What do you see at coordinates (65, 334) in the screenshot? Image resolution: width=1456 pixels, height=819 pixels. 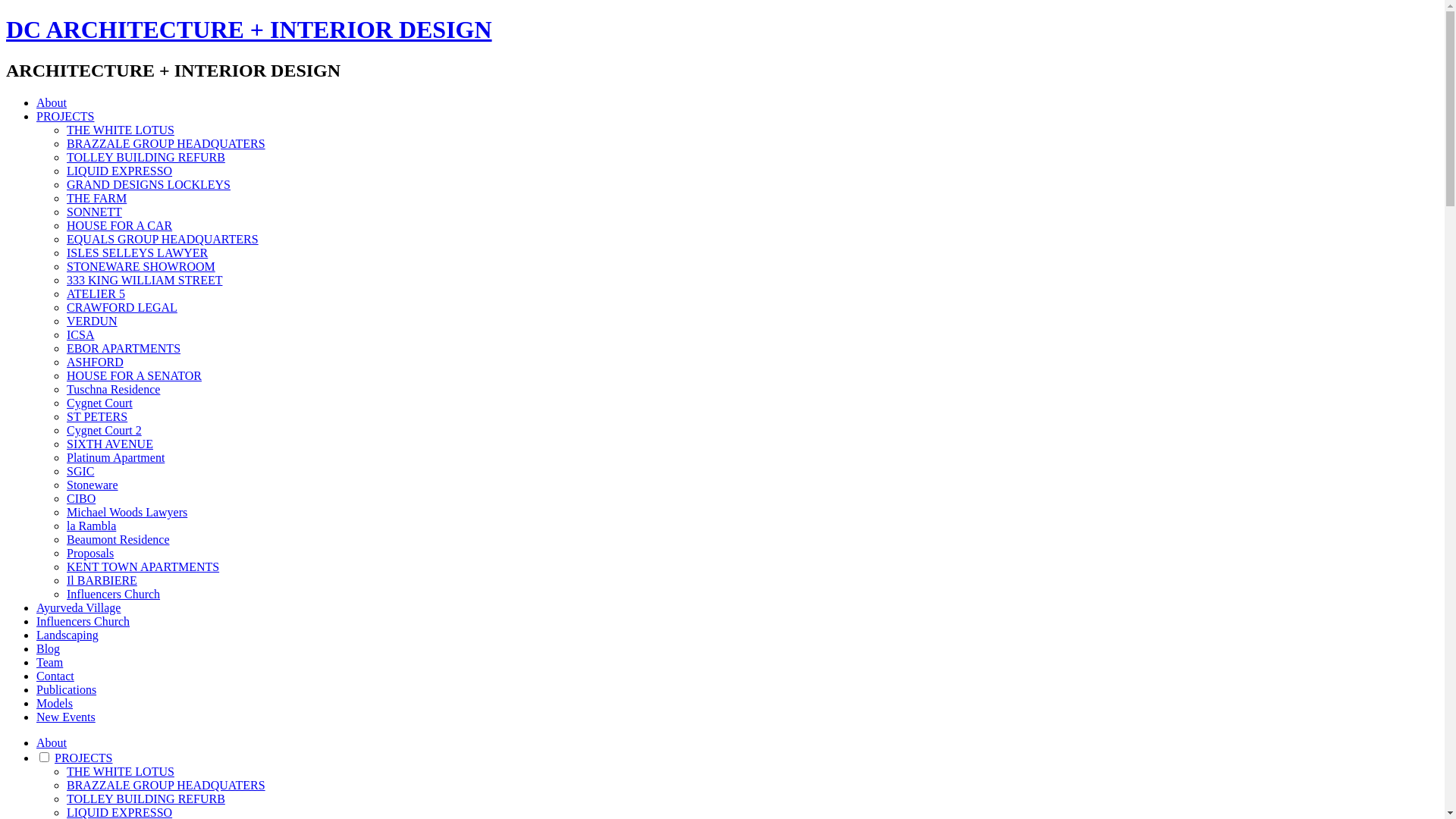 I see `'ICSA'` at bounding box center [65, 334].